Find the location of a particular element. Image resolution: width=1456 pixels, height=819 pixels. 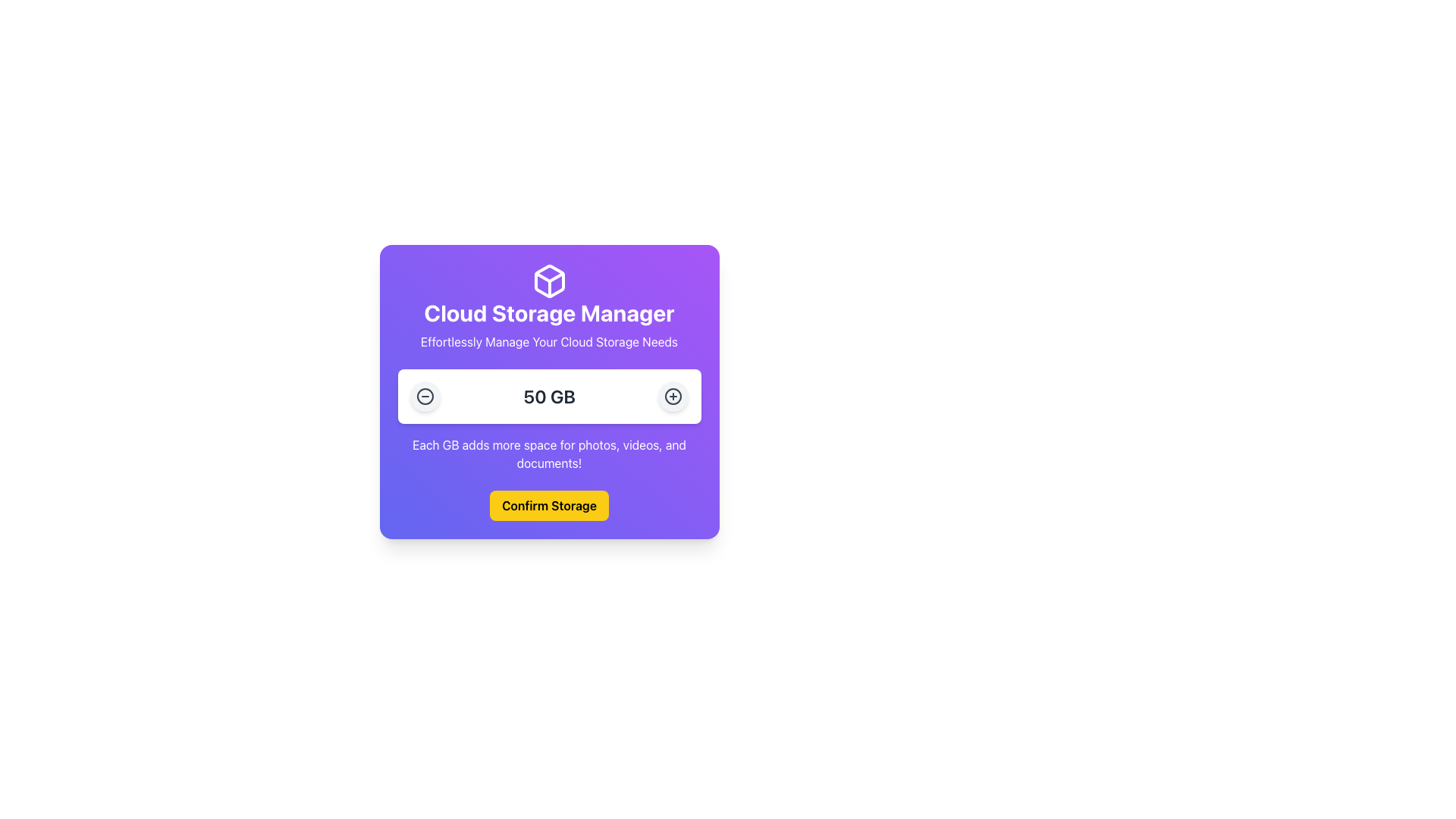

the informational text element that displays the message 'Each GB adds more space for photos, videos, and documents!' which is centered and styled with a white font color against a purple background is located at coordinates (548, 453).